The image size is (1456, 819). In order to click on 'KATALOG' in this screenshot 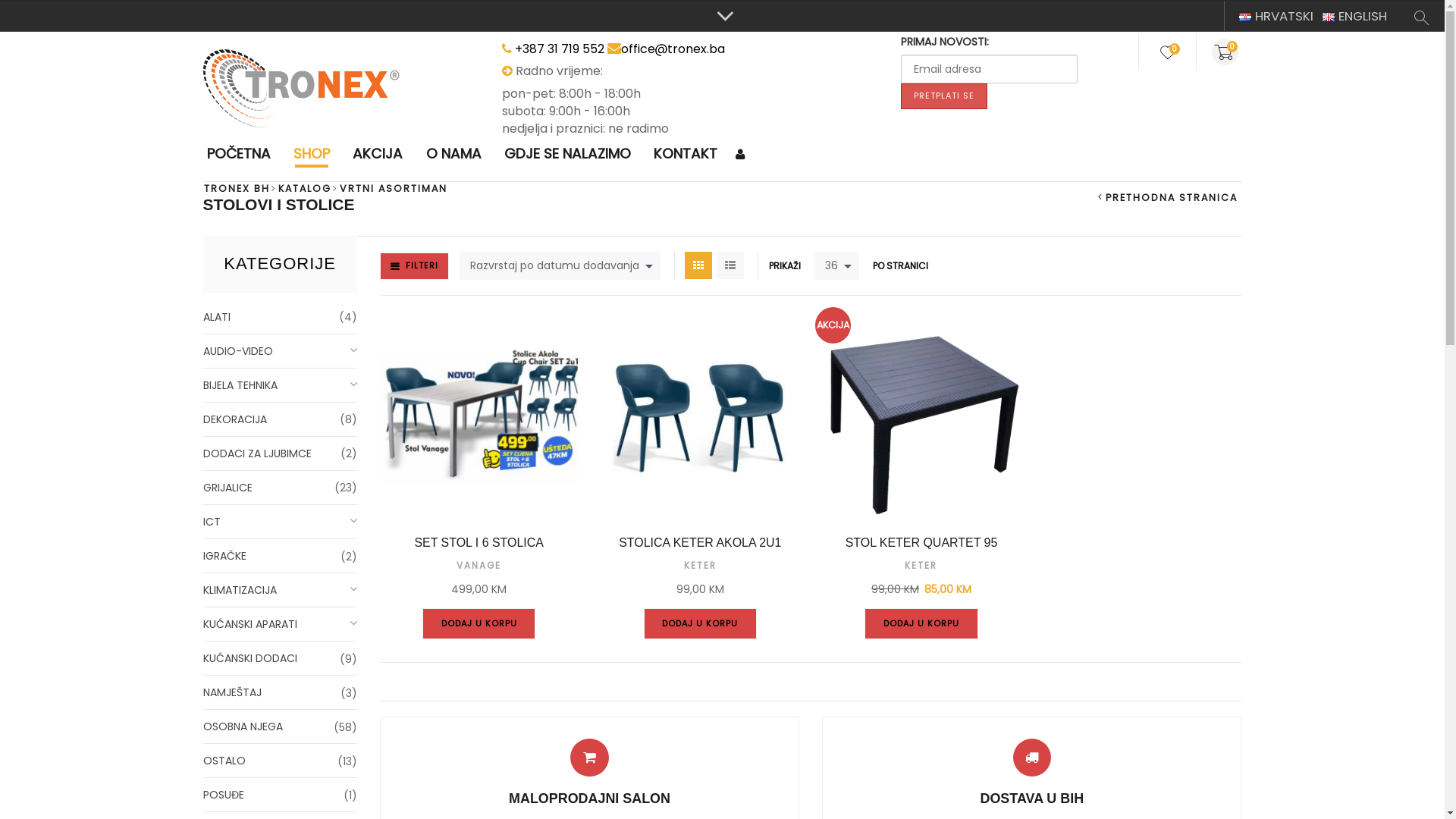, I will do `click(304, 187)`.